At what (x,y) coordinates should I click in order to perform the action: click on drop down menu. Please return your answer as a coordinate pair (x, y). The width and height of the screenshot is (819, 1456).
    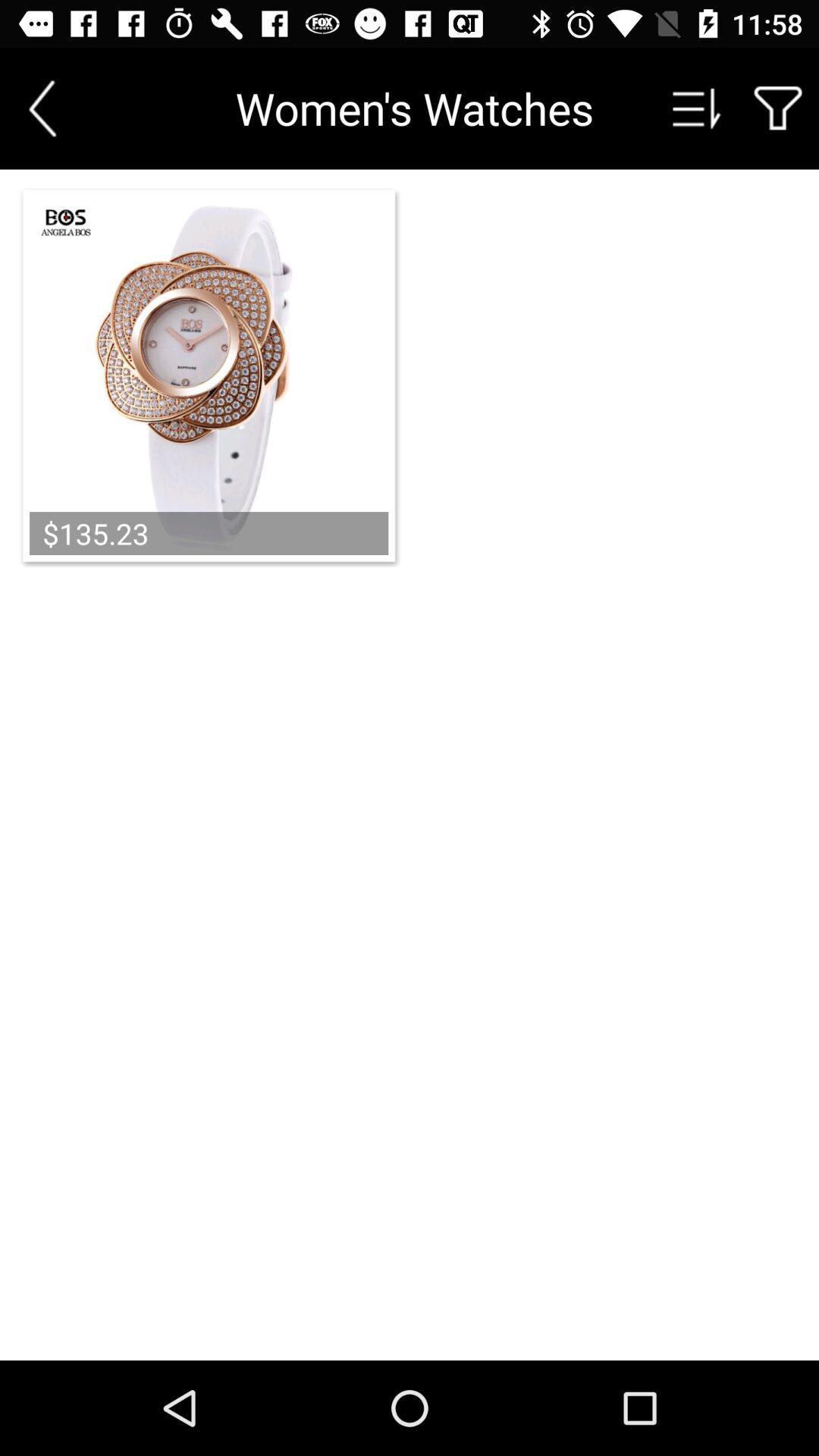
    Looking at the image, I should click on (697, 108).